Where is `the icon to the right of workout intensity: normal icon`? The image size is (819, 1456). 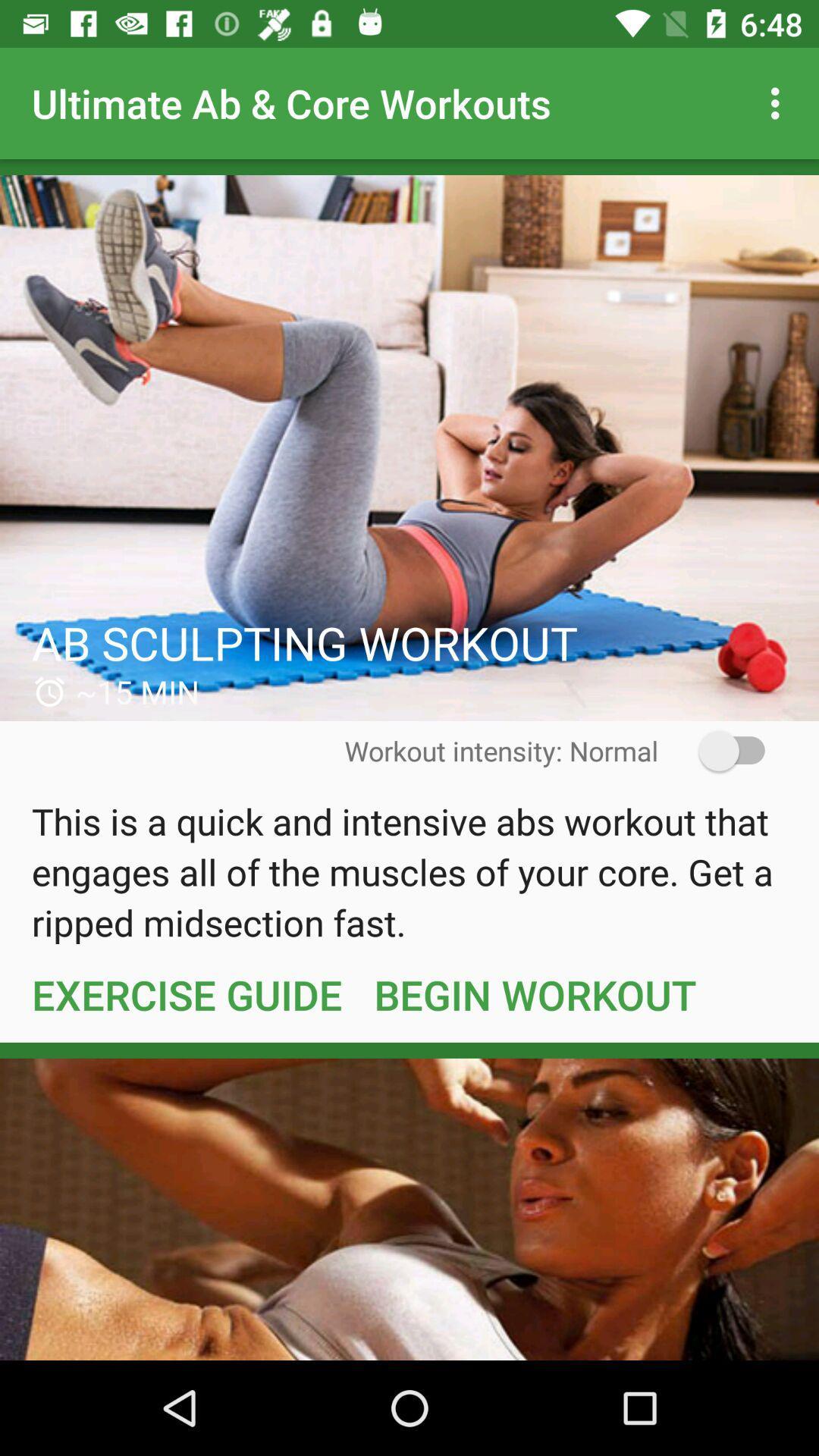
the icon to the right of workout intensity: normal icon is located at coordinates (721, 751).